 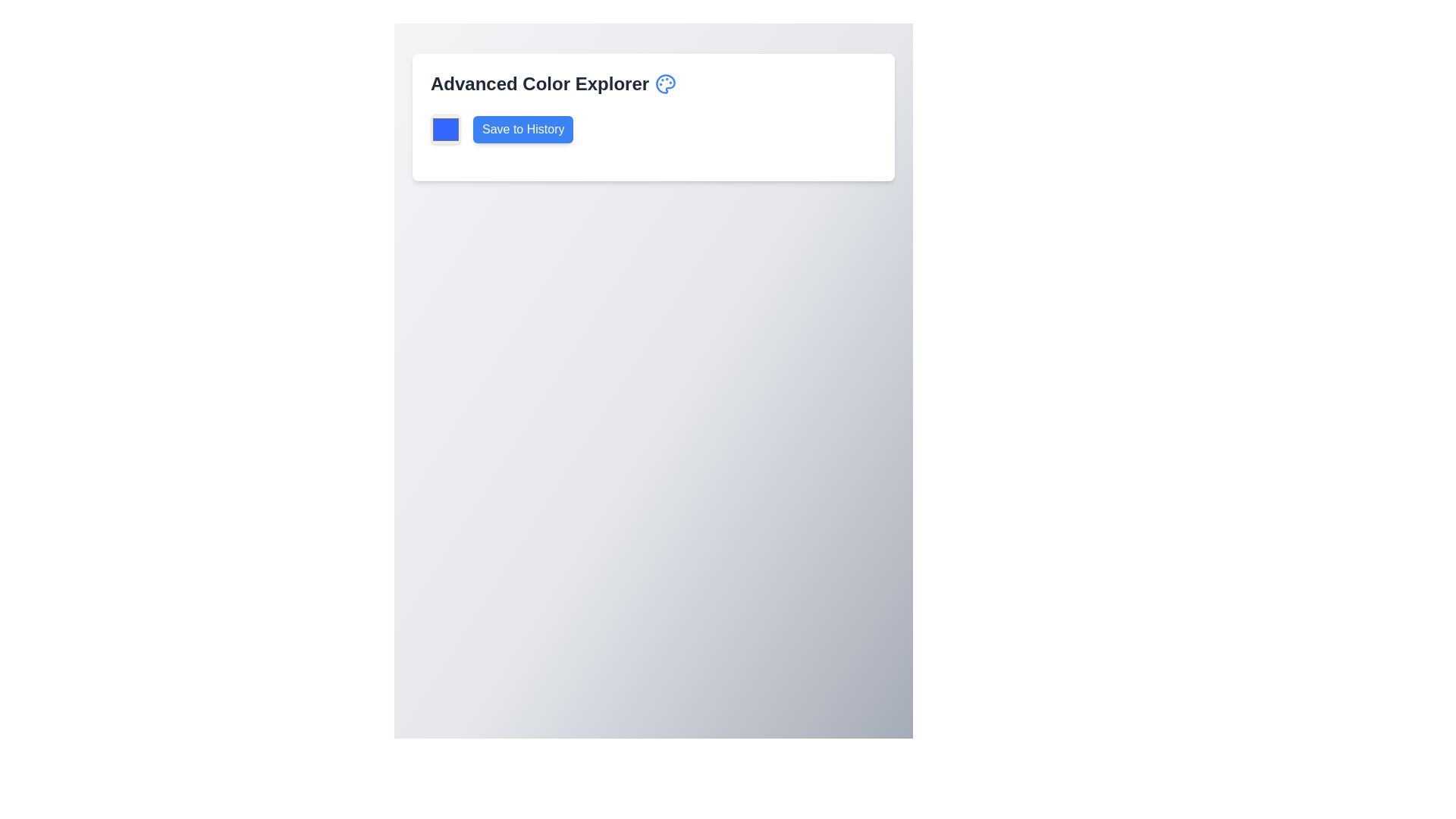 What do you see at coordinates (666, 84) in the screenshot?
I see `the visual design of the blue palette tool icon located to the right of the 'Advanced Color Explorer' text in the header section` at bounding box center [666, 84].